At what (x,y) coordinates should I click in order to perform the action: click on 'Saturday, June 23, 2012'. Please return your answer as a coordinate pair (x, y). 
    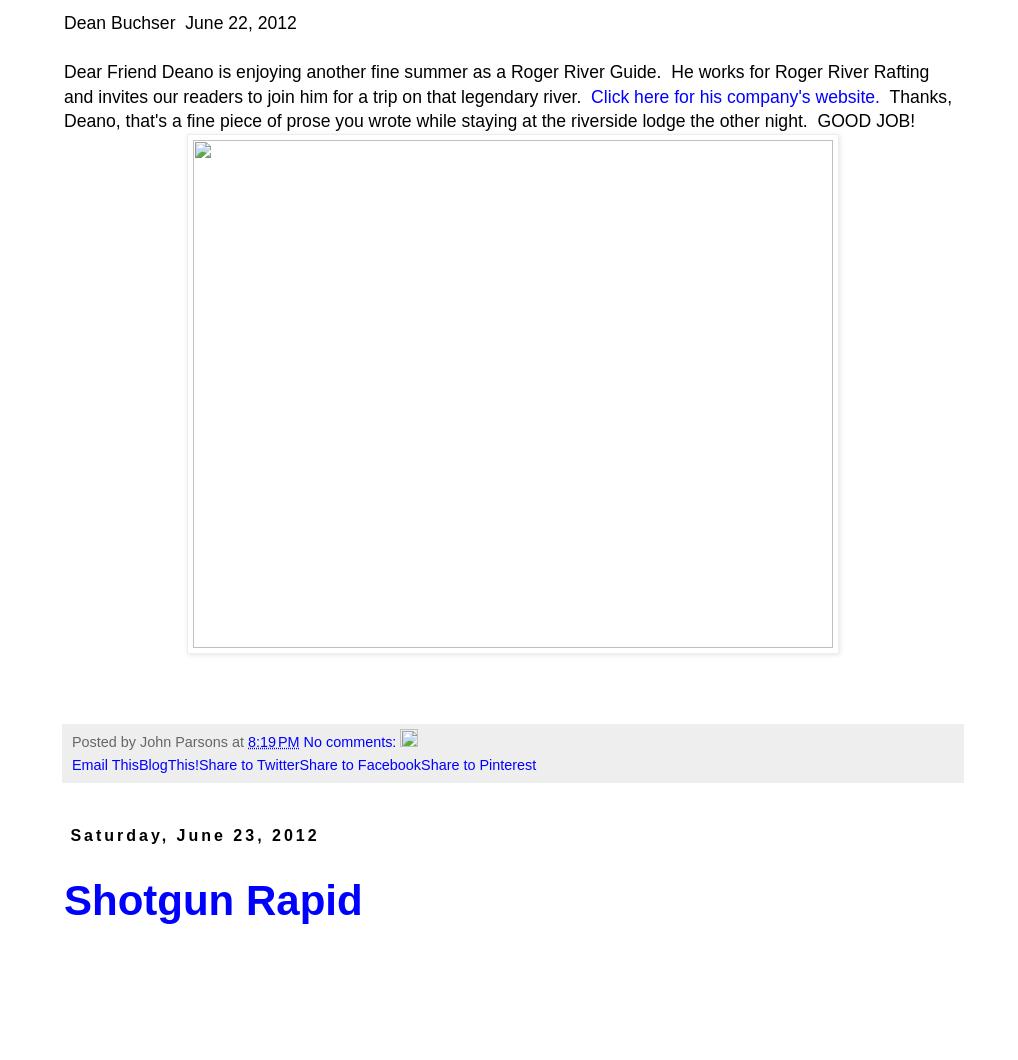
    Looking at the image, I should click on (194, 835).